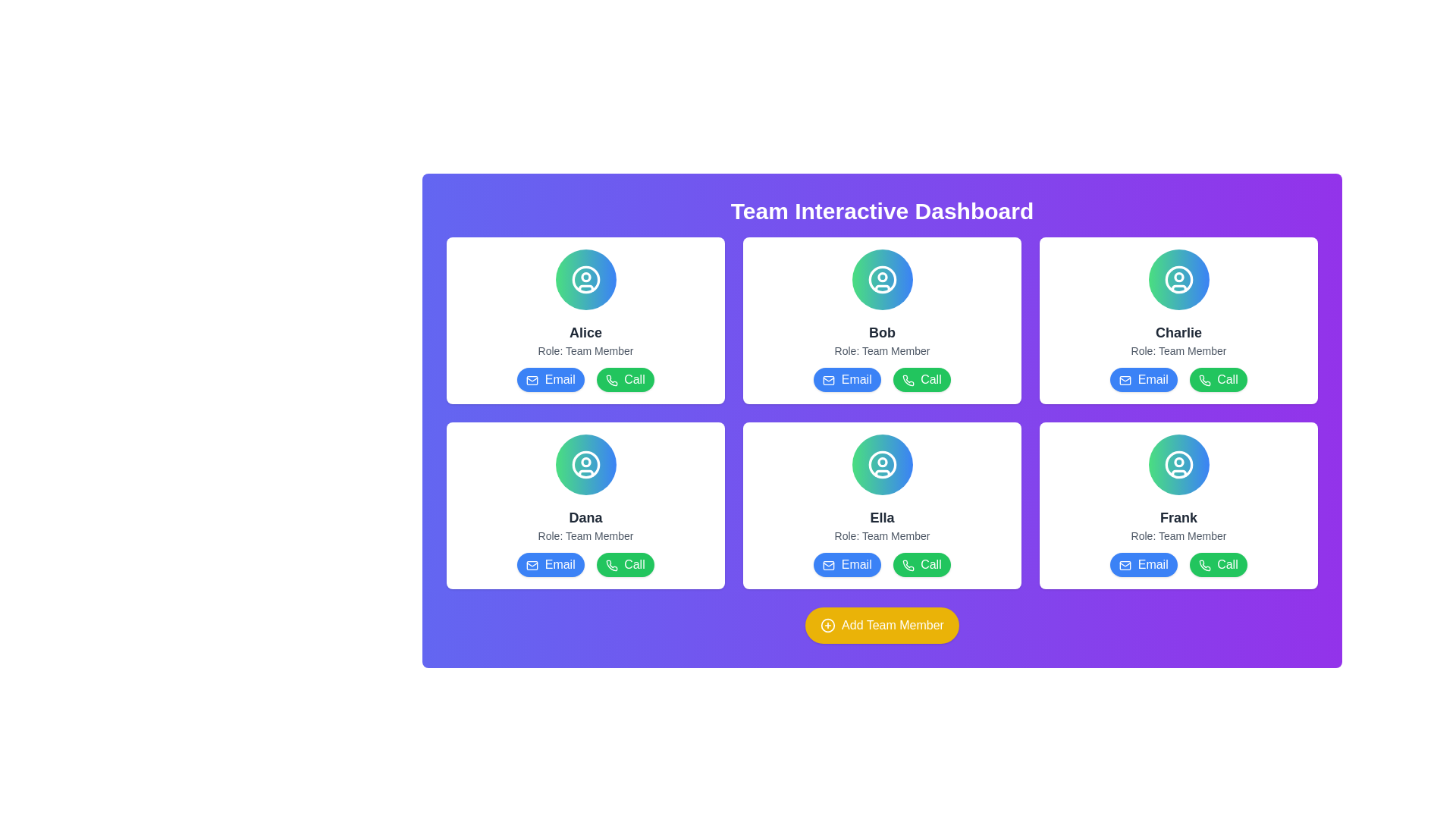  What do you see at coordinates (611, 379) in the screenshot?
I see `the 'Call' button, which features a dark green phone handset icon, to trigger the call action` at bounding box center [611, 379].